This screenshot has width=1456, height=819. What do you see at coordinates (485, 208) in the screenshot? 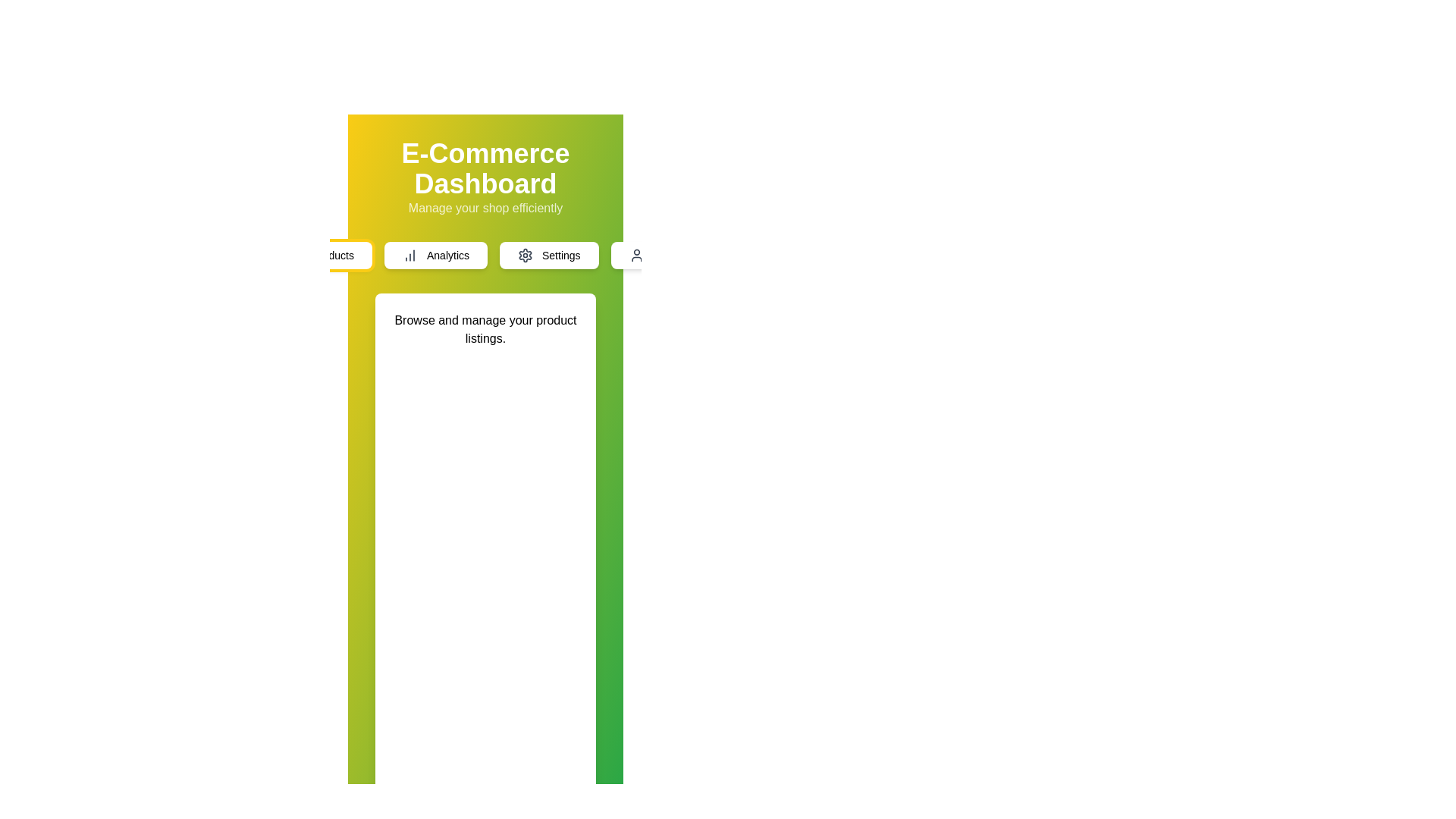
I see `the static text label reading 'Manage your shop efficiently', which is located directly below the heading 'E-Commerce Dashboard' in the center of the page` at bounding box center [485, 208].